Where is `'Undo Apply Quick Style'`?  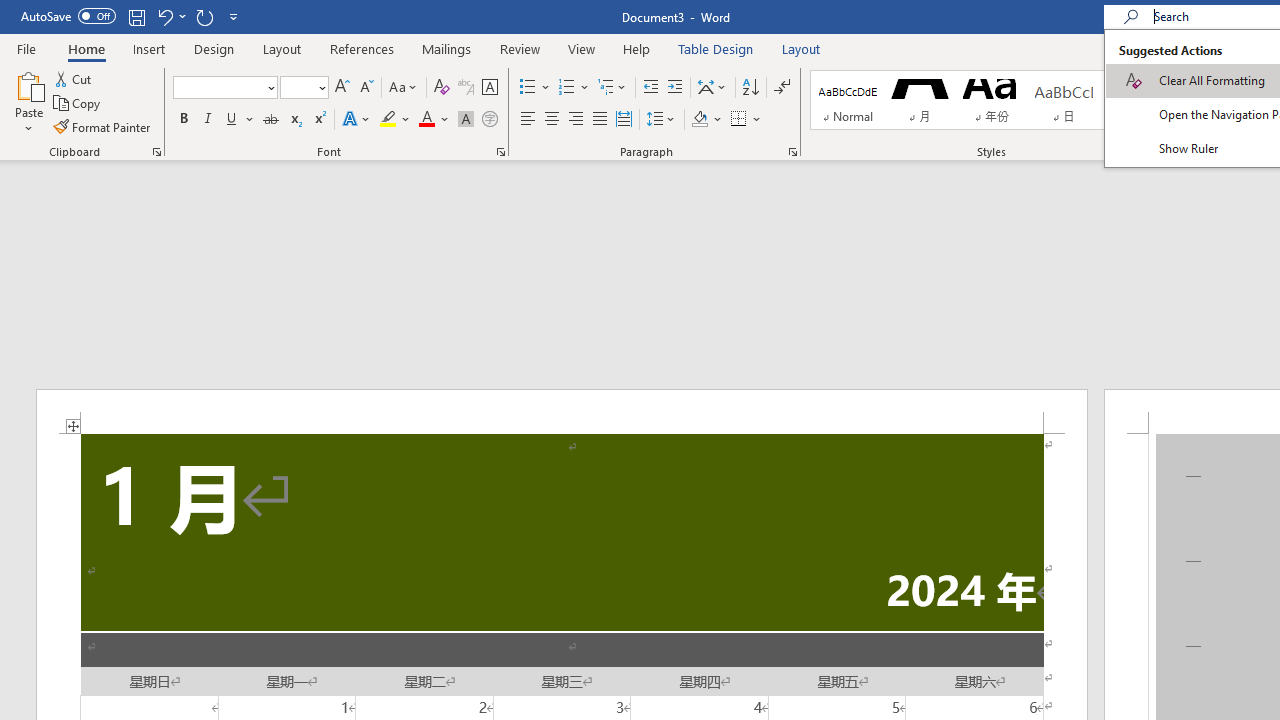
'Undo Apply Quick Style' is located at coordinates (170, 16).